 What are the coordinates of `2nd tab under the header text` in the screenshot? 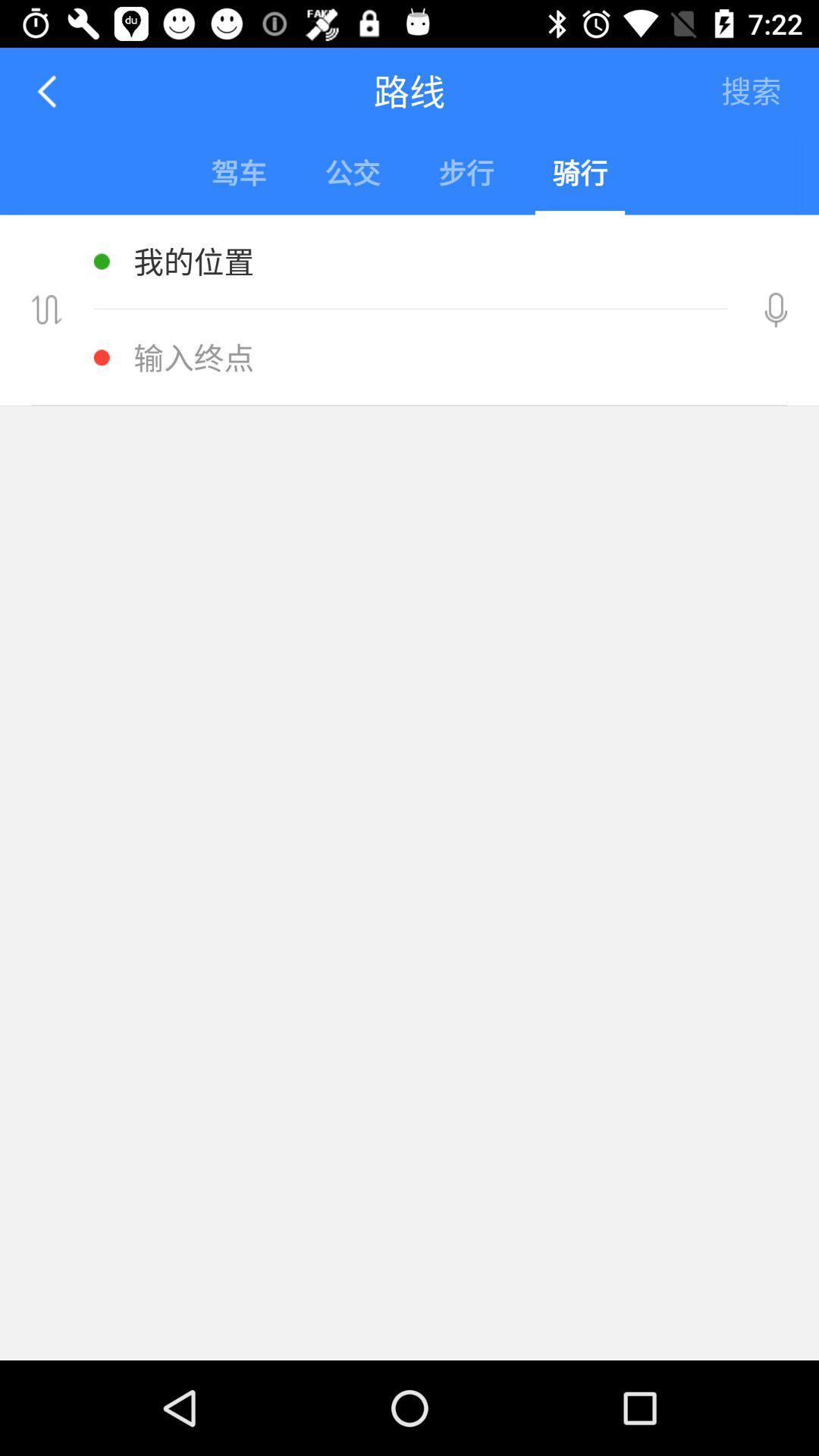 It's located at (353, 175).